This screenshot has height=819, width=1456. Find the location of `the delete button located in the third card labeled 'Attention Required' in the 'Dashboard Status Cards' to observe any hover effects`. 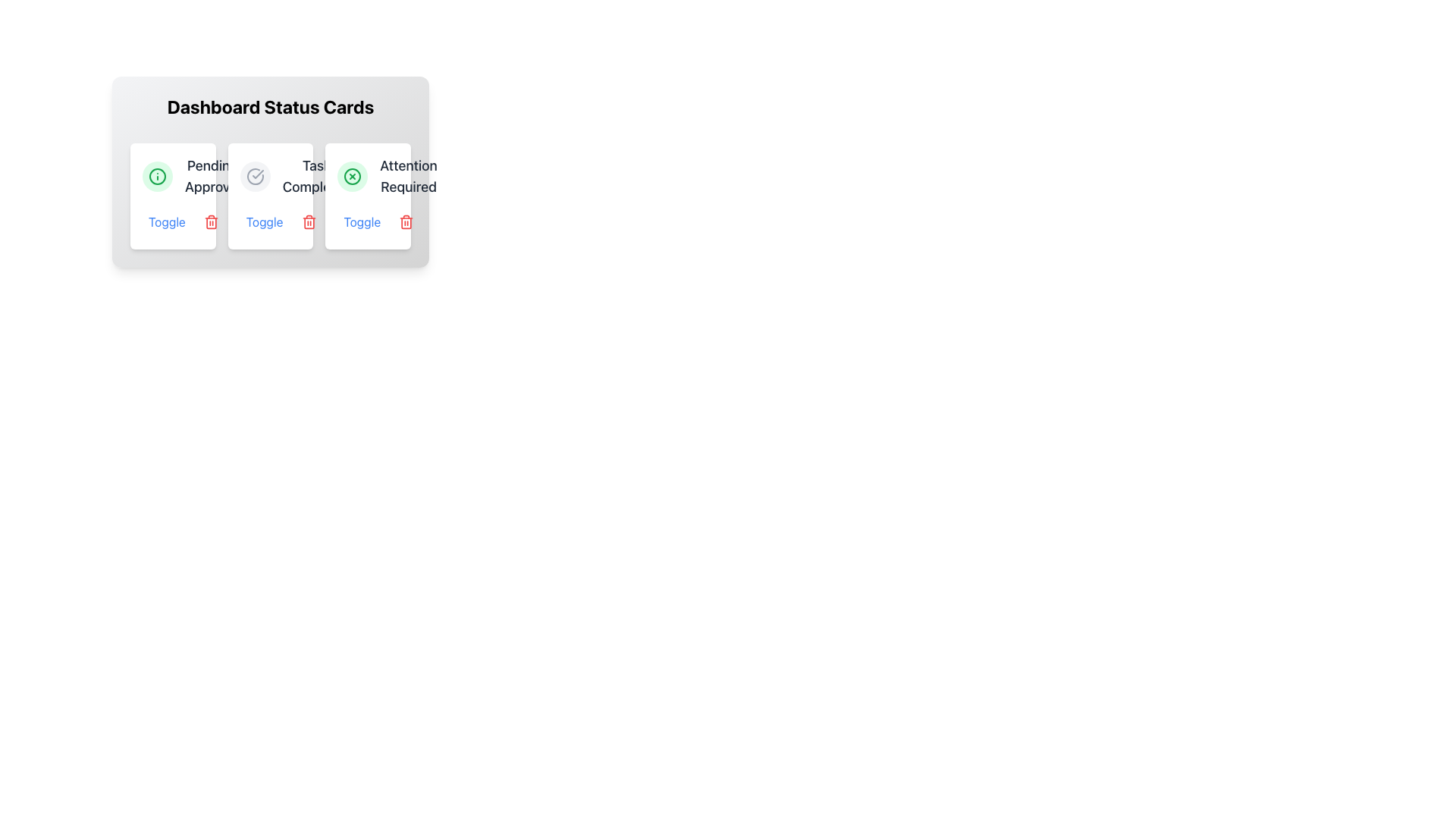

the delete button located in the third card labeled 'Attention Required' in the 'Dashboard Status Cards' to observe any hover effects is located at coordinates (308, 222).